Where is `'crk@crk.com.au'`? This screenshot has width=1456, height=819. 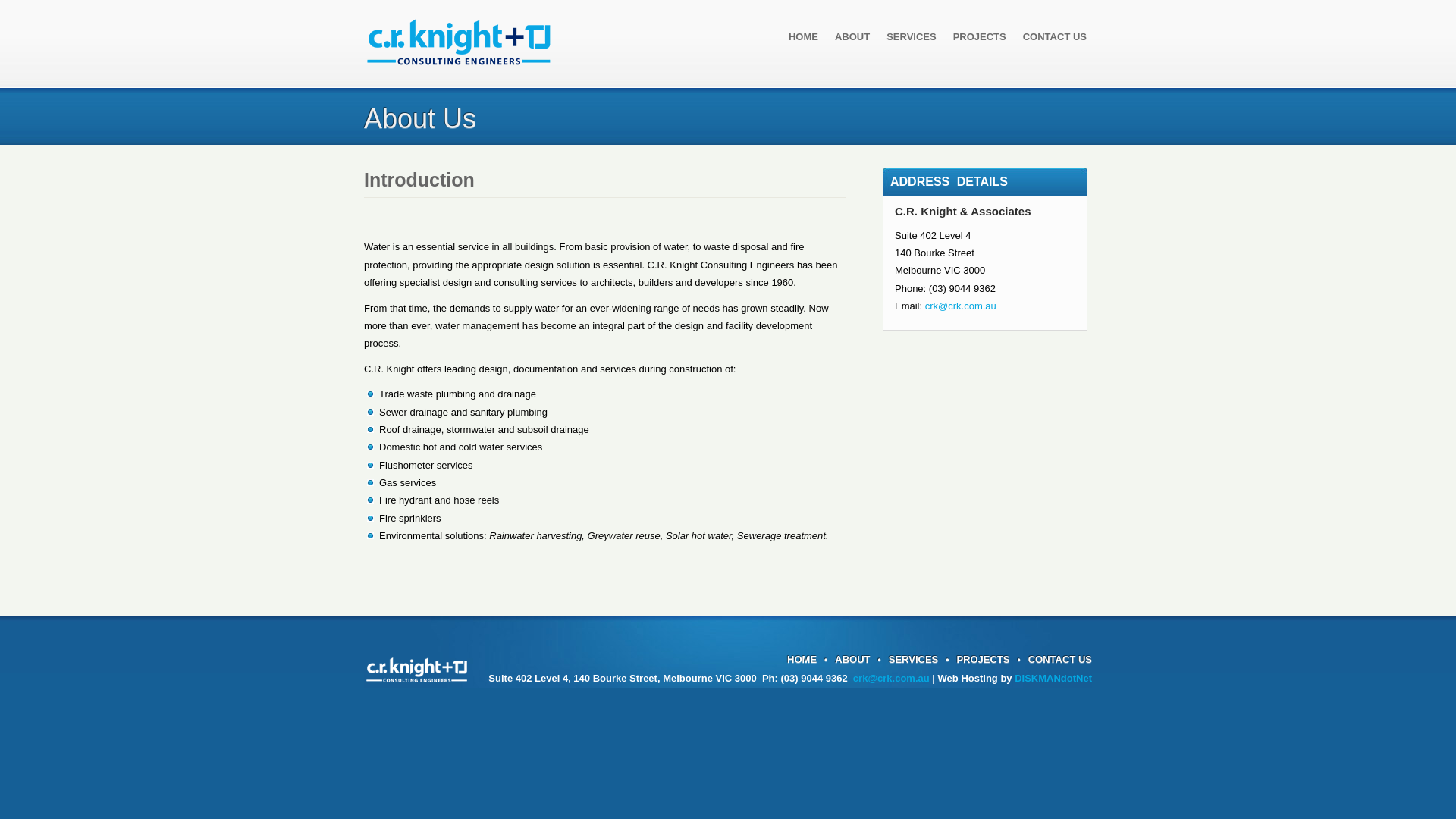
'crk@crk.com.au' is located at coordinates (891, 677).